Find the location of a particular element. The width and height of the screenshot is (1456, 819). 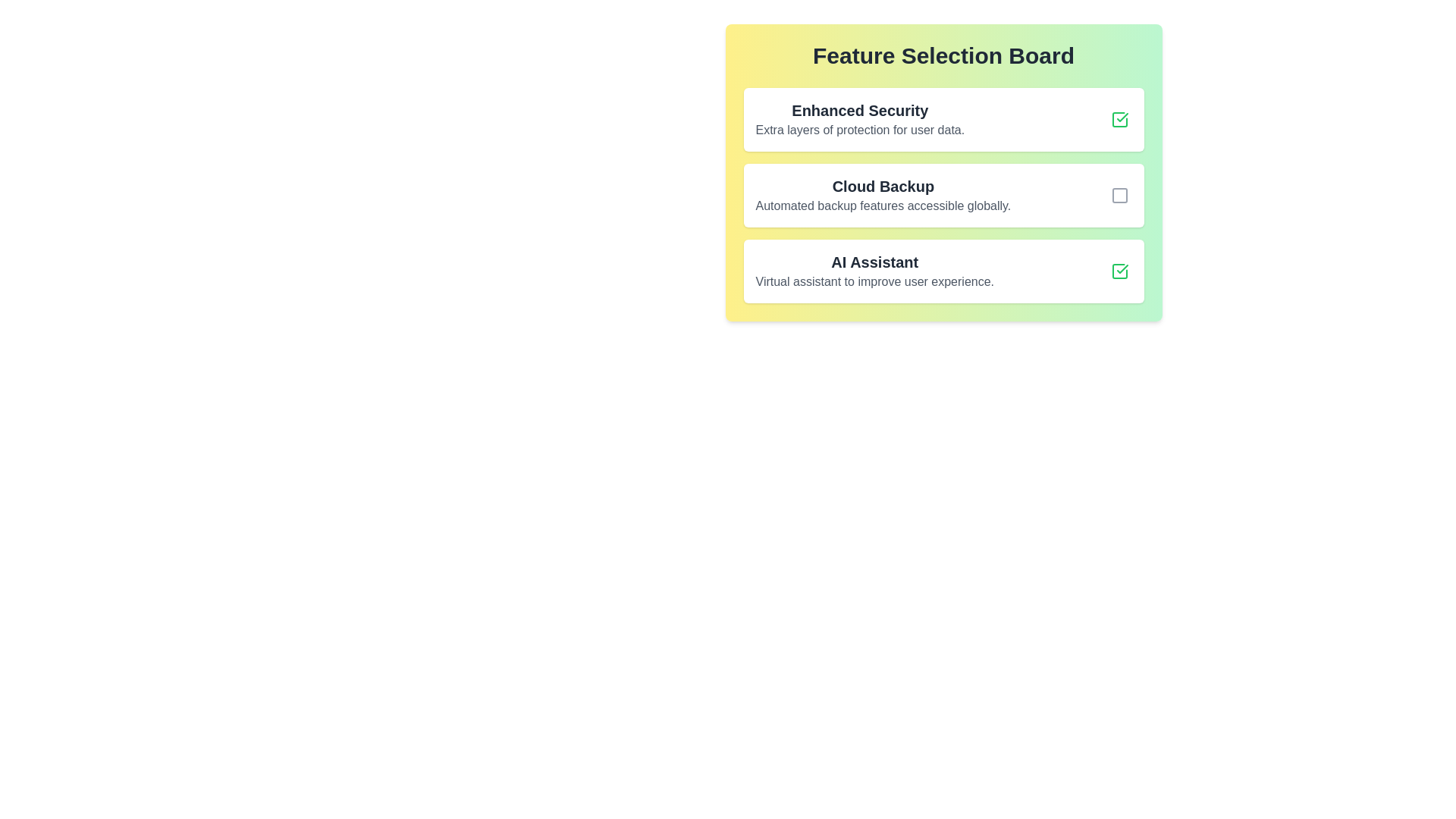

the checkbox with a green checkmark indicating selection, located beside the text 'AI Assistant' is located at coordinates (1119, 271).